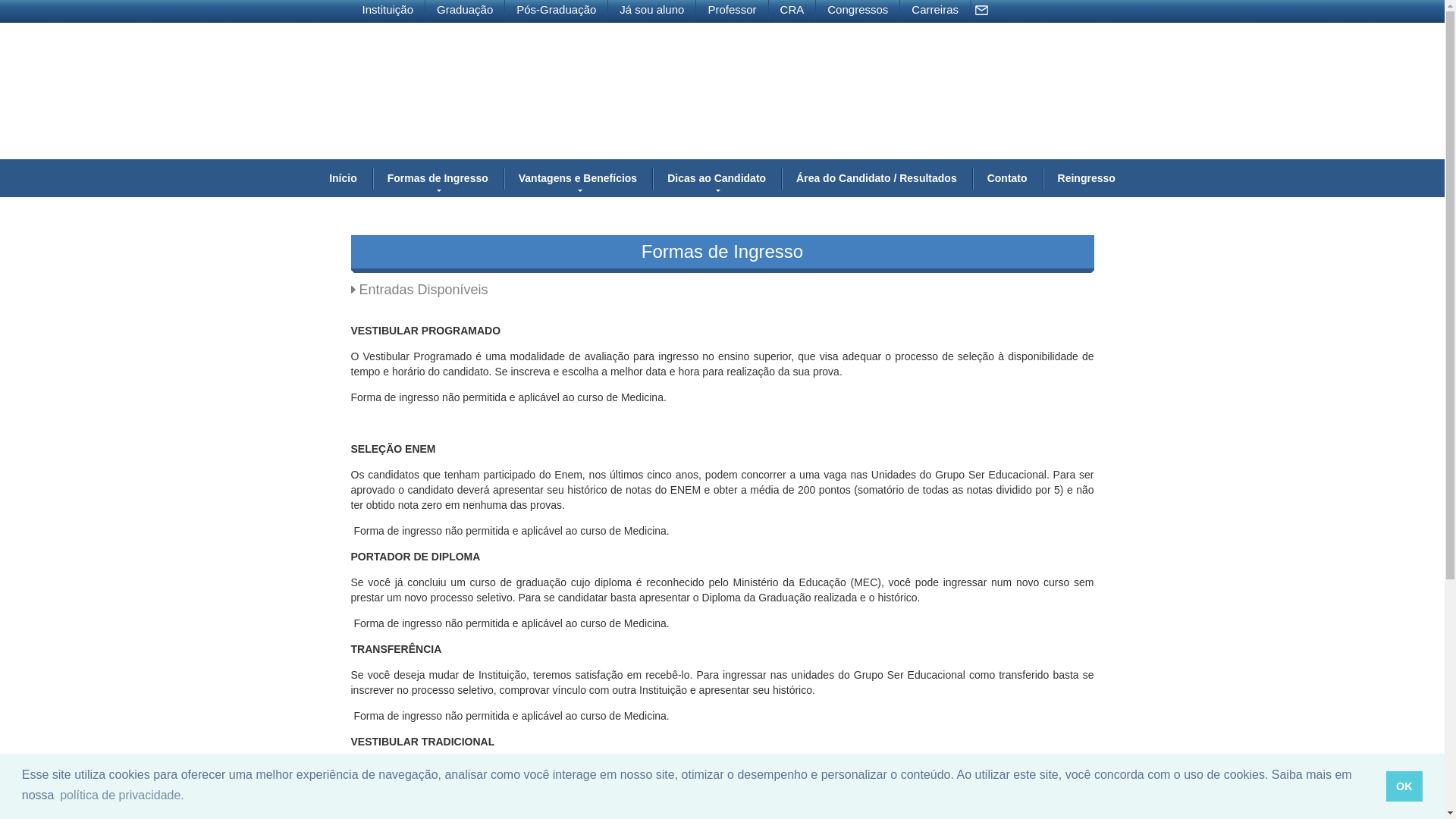 This screenshot has height=819, width=1456. What do you see at coordinates (732, 9) in the screenshot?
I see `'Professor'` at bounding box center [732, 9].